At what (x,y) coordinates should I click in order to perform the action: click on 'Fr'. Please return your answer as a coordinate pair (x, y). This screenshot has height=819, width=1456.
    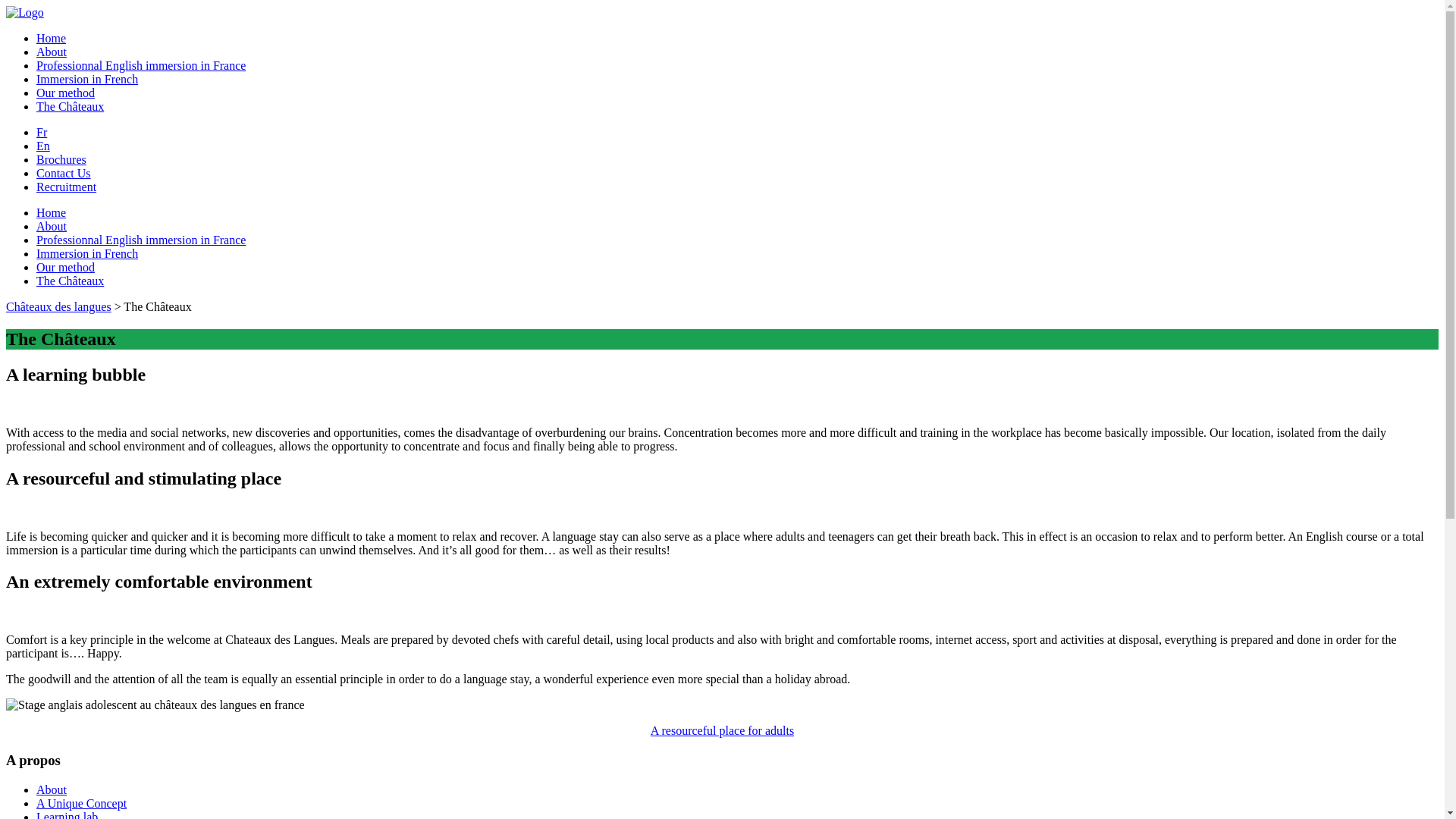
    Looking at the image, I should click on (41, 131).